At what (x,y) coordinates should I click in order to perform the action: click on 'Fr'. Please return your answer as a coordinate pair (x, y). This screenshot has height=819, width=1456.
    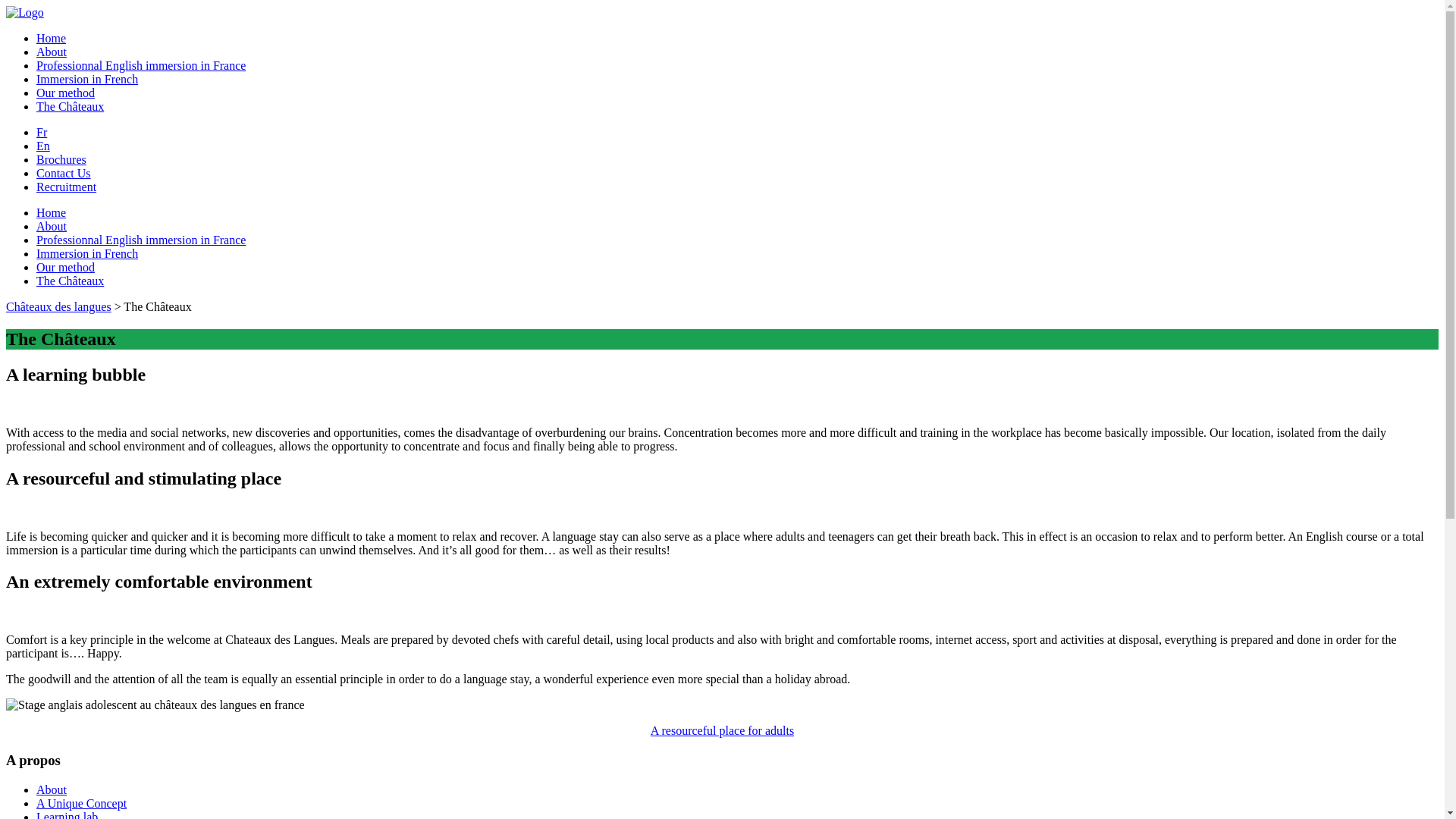
    Looking at the image, I should click on (41, 131).